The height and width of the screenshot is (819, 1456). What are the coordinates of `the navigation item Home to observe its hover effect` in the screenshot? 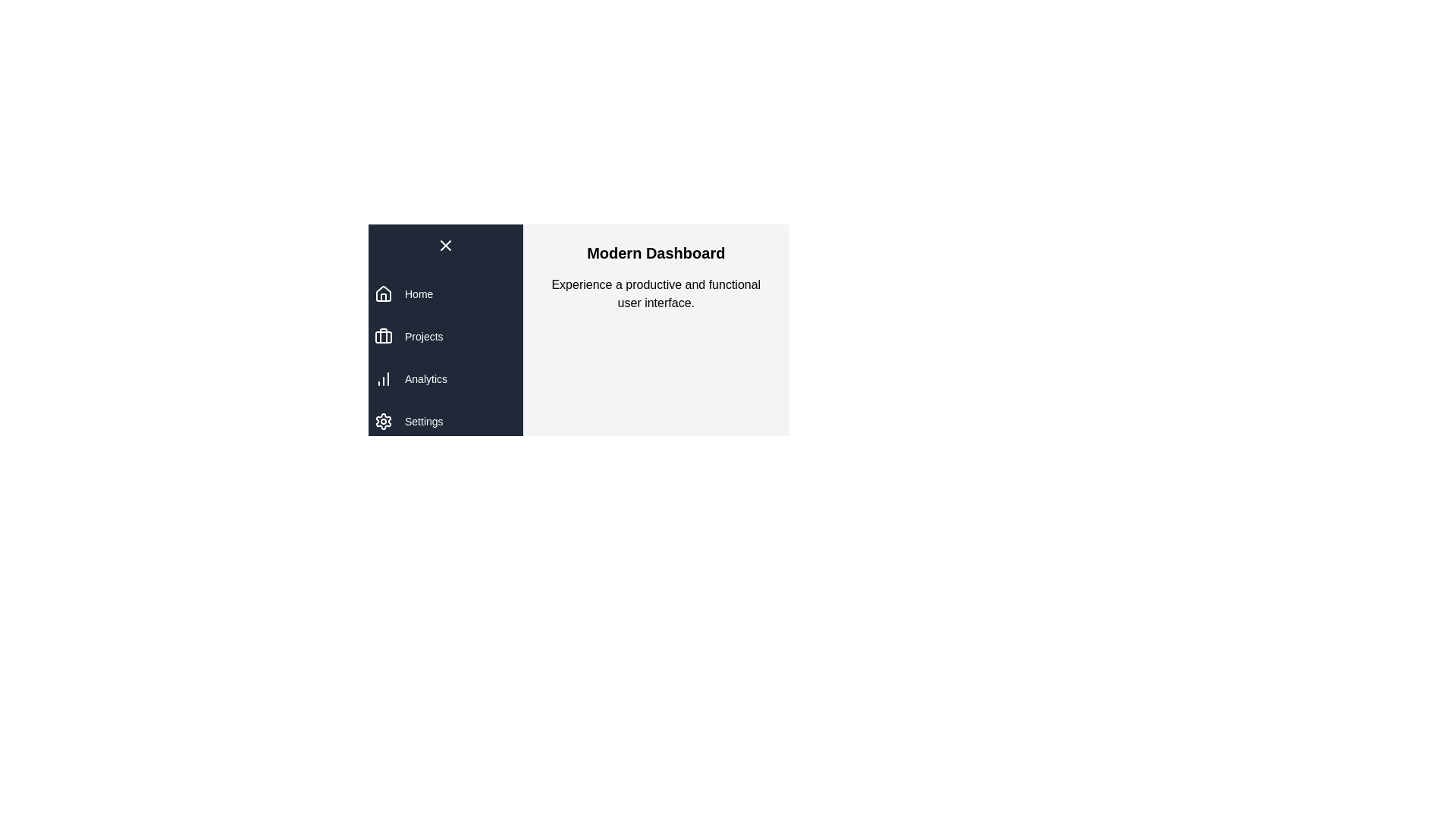 It's located at (444, 294).